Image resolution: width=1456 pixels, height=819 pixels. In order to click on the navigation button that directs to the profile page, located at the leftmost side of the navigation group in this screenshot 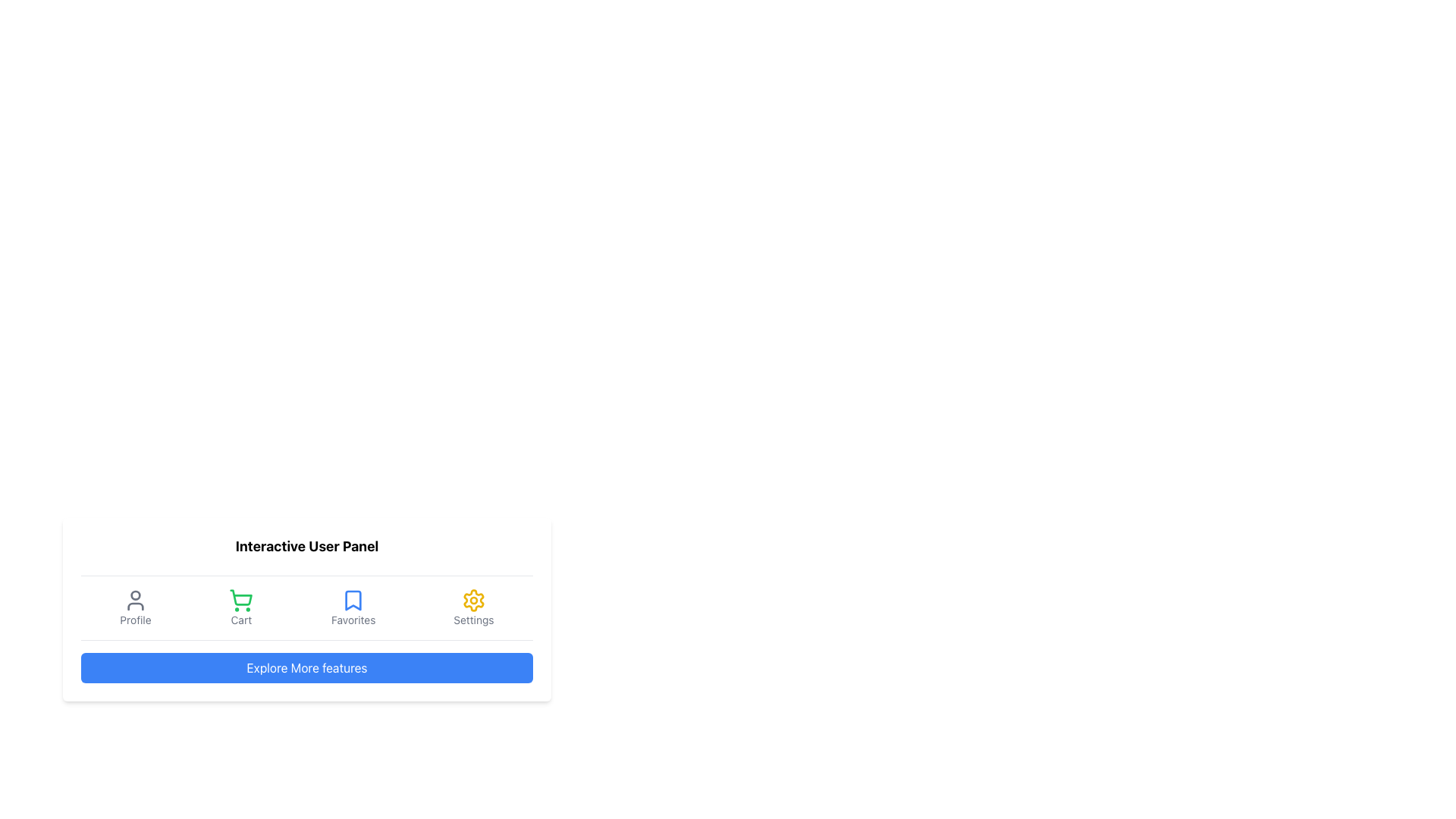, I will do `click(135, 607)`.